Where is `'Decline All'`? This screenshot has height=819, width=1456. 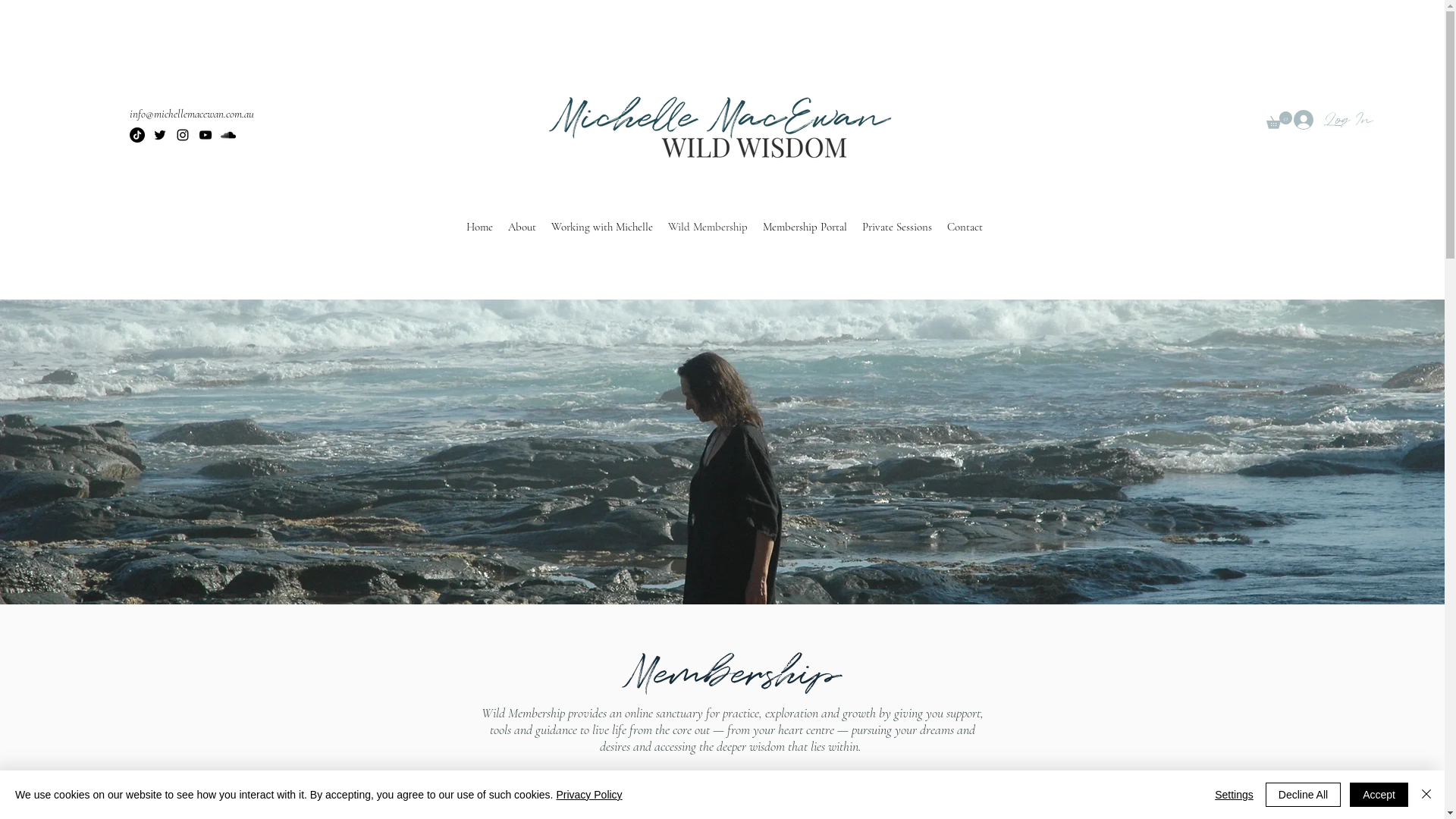
'Decline All' is located at coordinates (1302, 794).